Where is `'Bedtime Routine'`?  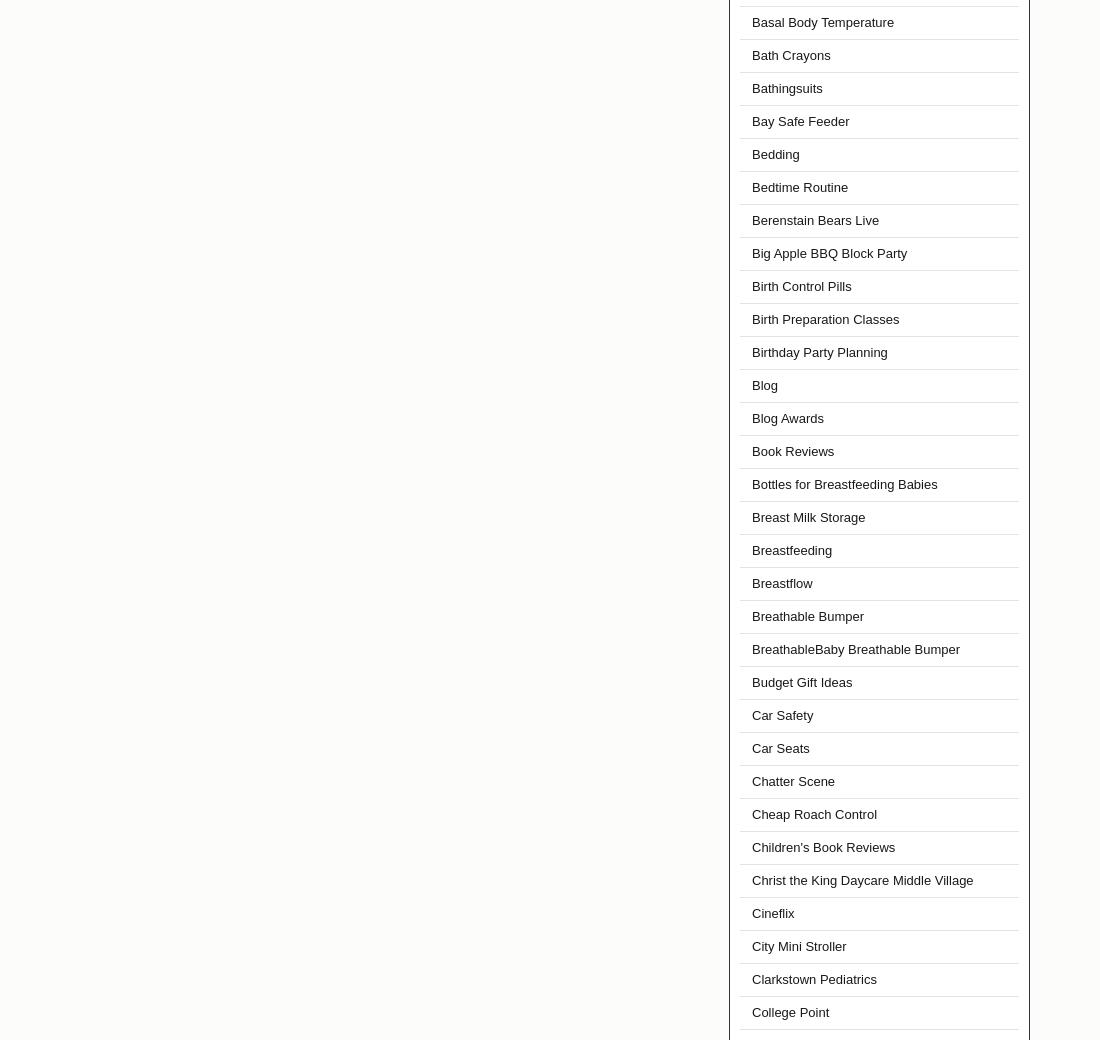 'Bedtime Routine' is located at coordinates (800, 187).